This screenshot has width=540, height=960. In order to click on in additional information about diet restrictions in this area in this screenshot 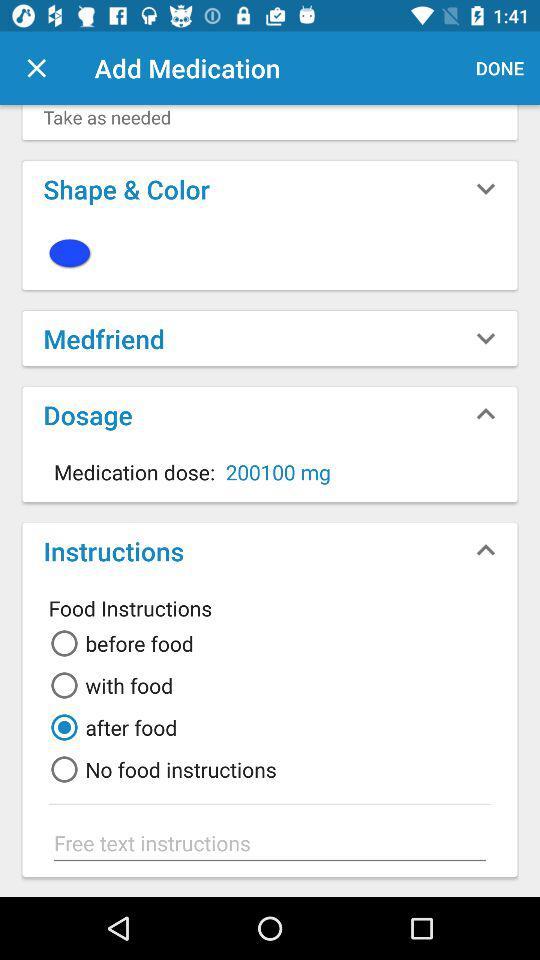, I will do `click(270, 842)`.